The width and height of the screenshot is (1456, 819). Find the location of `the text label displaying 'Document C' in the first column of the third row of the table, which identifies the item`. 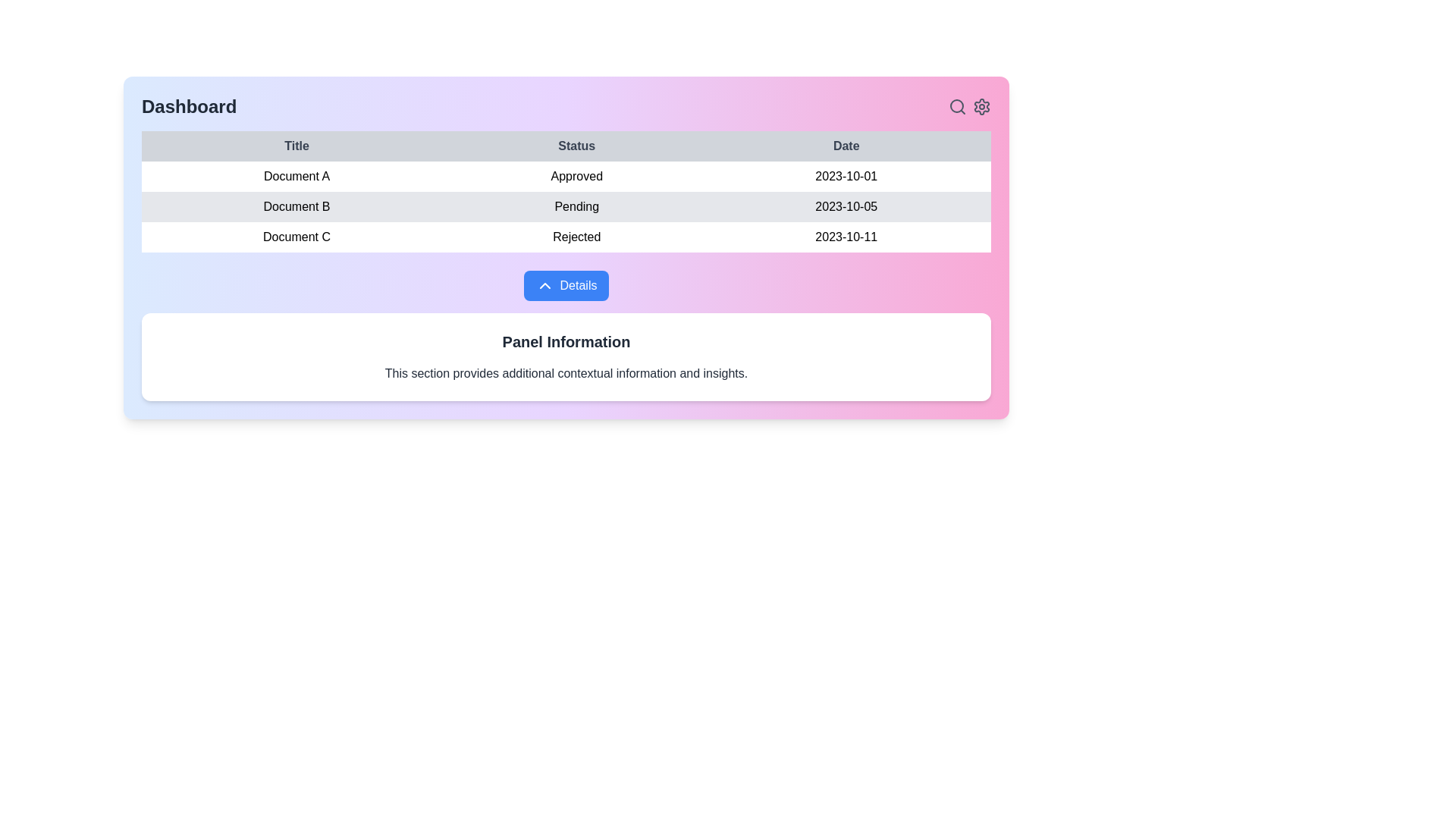

the text label displaying 'Document C' in the first column of the third row of the table, which identifies the item is located at coordinates (297, 237).